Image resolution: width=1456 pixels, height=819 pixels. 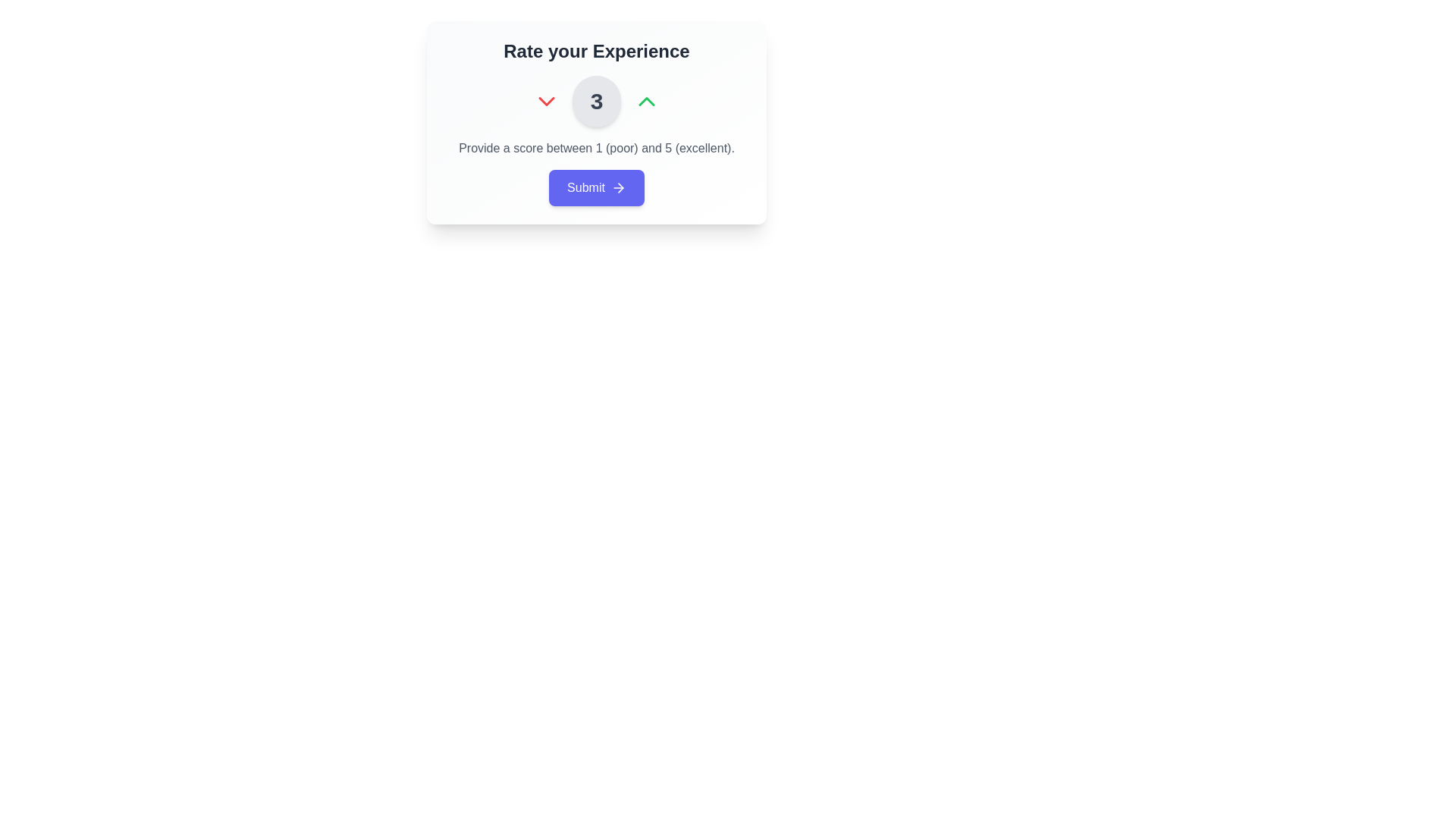 I want to click on the downward chevron icon element located beneath the numeric display (3), so click(x=546, y=102).